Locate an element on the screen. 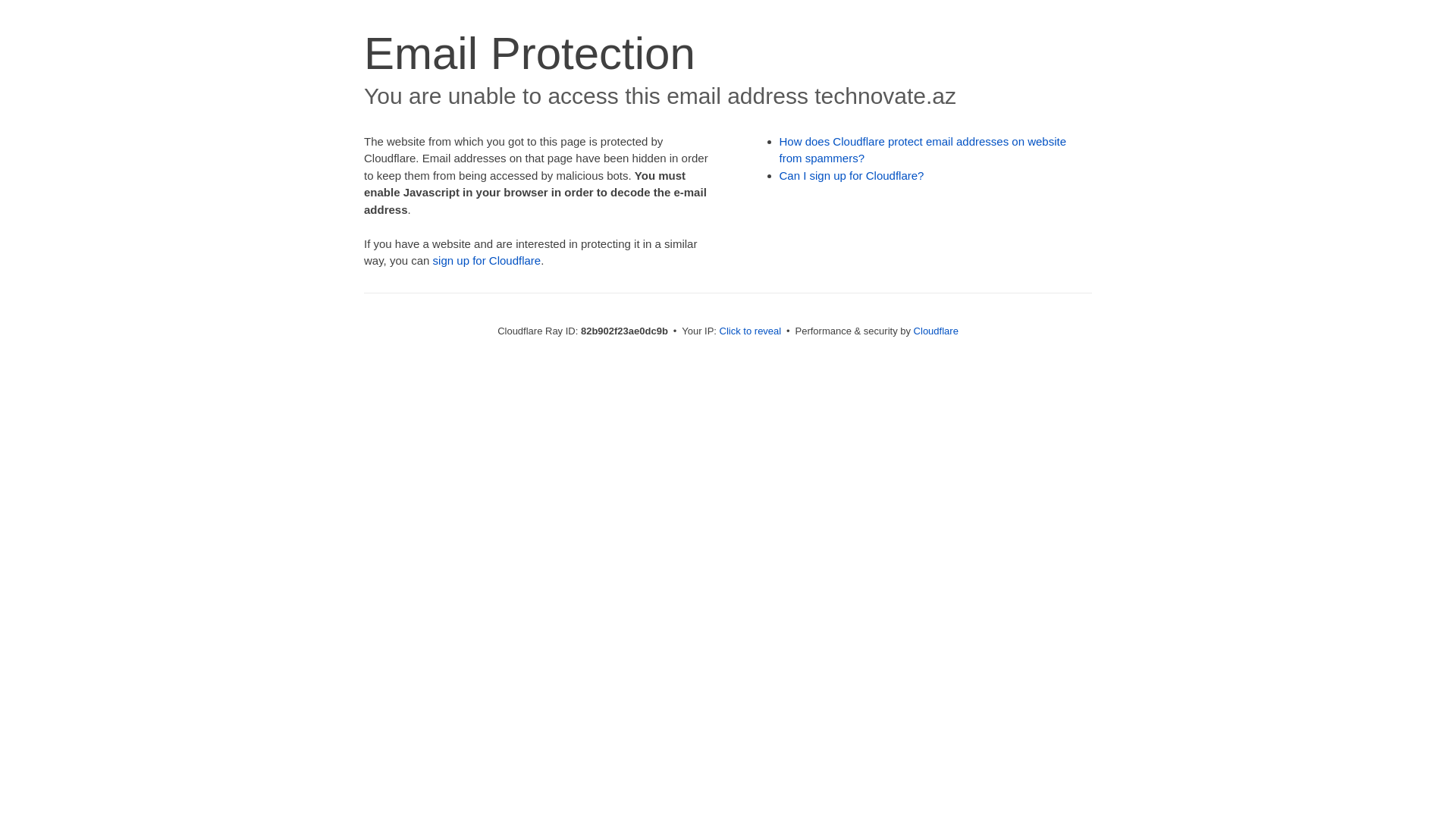  'Can I sign up for Cloudflare?' is located at coordinates (852, 174).